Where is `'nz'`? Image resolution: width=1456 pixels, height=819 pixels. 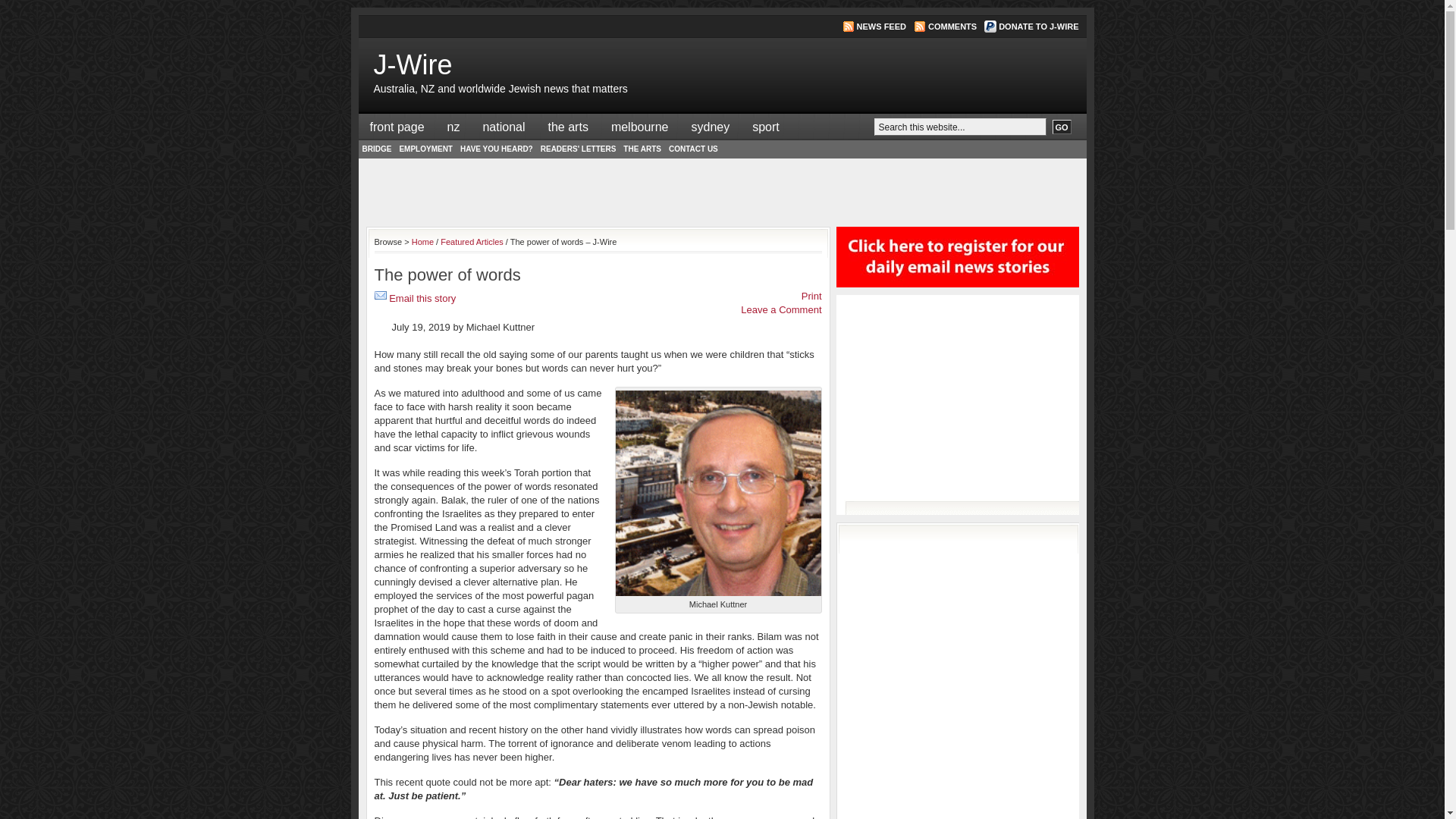
'nz' is located at coordinates (453, 126).